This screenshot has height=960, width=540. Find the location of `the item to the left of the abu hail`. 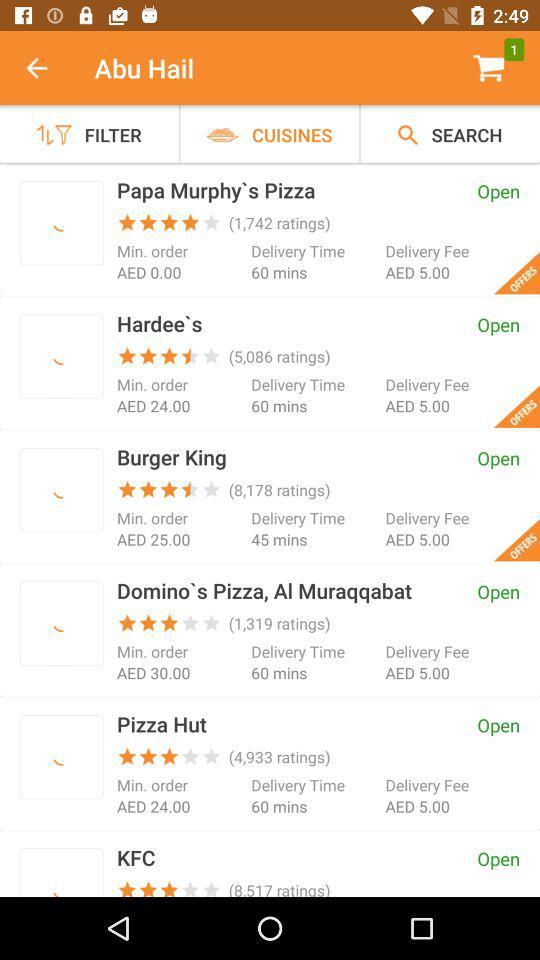

the item to the left of the abu hail is located at coordinates (47, 68).